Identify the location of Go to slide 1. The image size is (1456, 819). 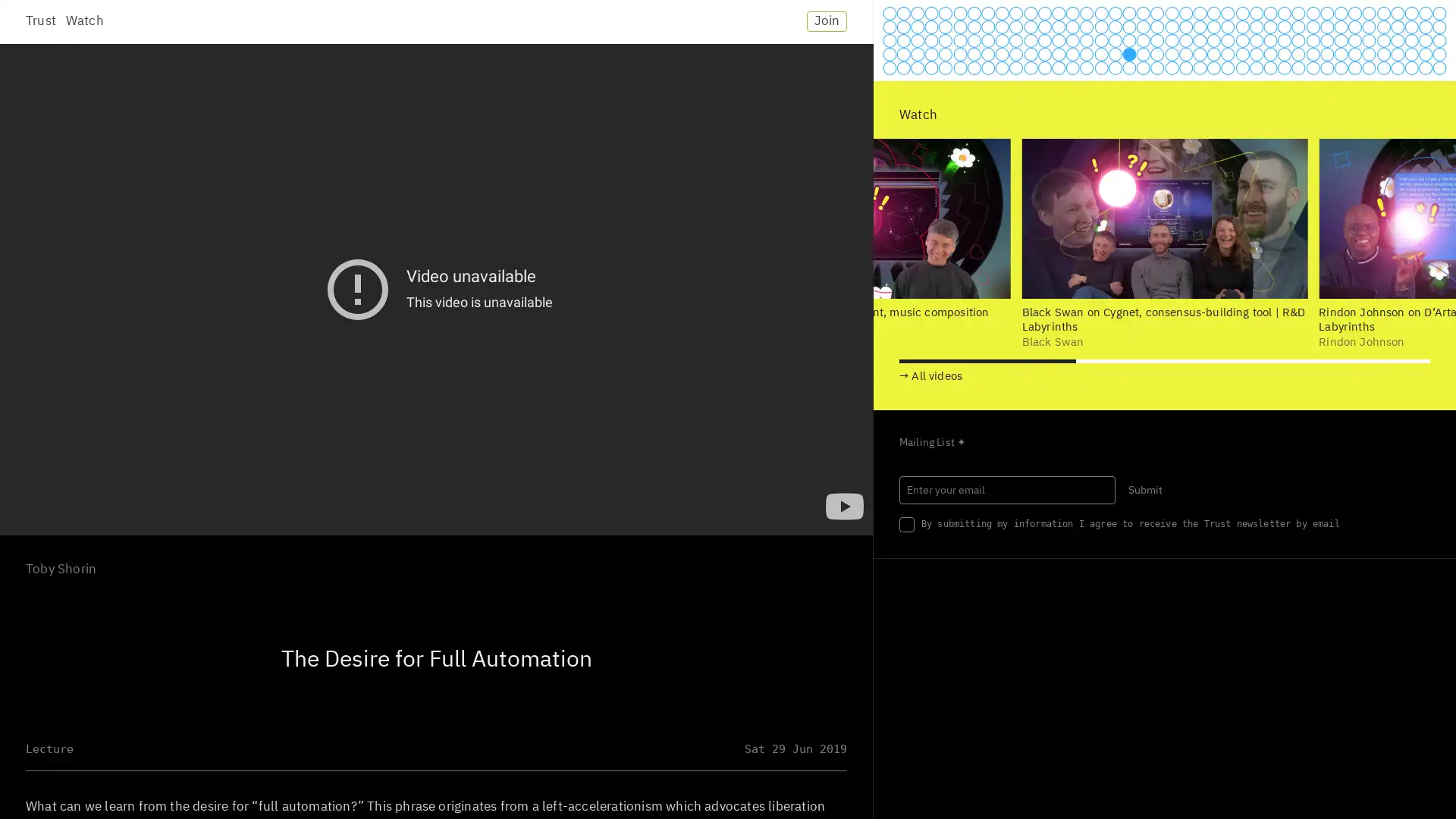
(987, 360).